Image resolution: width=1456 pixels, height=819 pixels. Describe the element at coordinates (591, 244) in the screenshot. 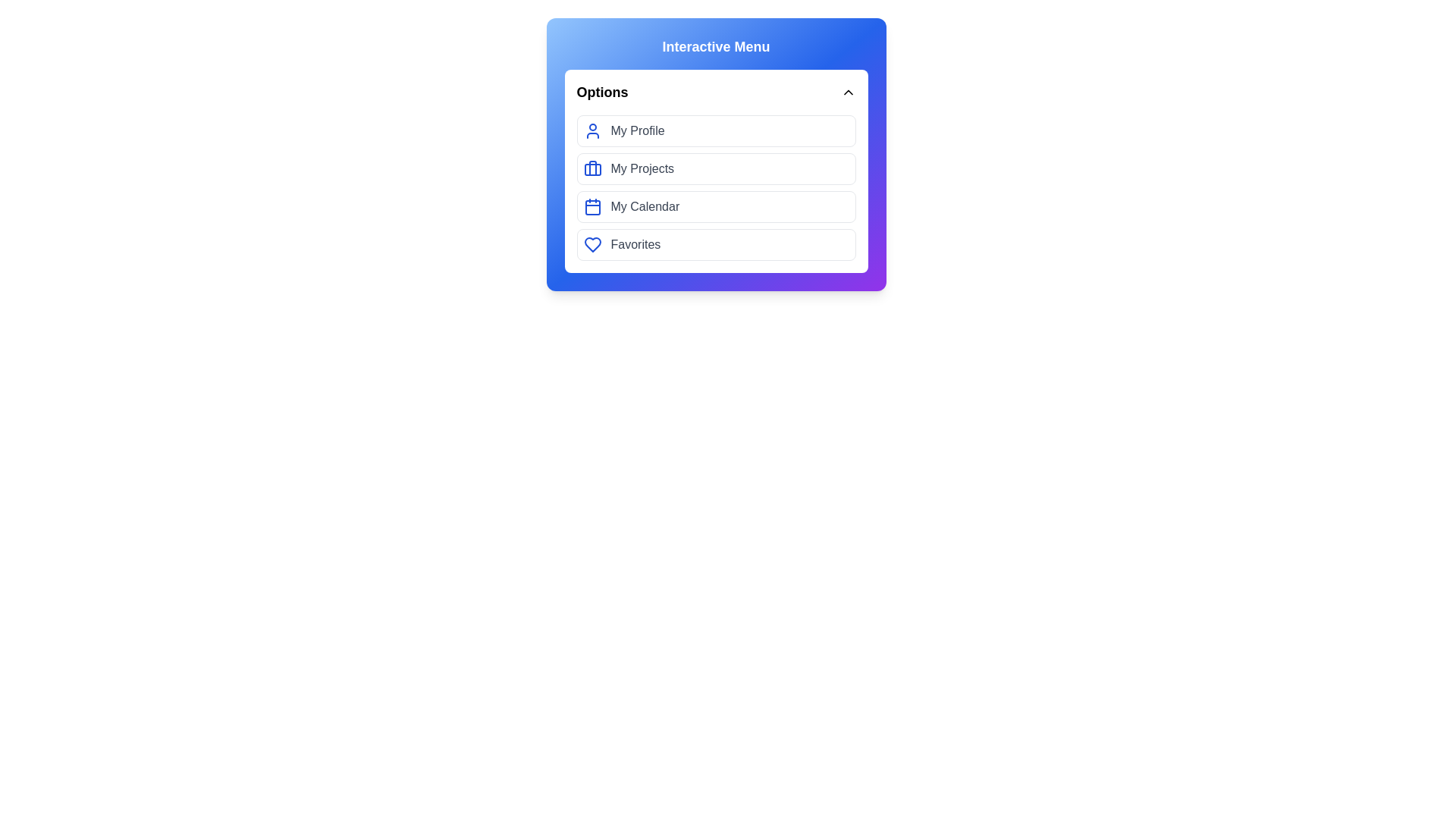

I see `the blue heart icon adjacent to the 'Favorites' text label in the 'Options' section of the 'Interactive Menu'` at that location.